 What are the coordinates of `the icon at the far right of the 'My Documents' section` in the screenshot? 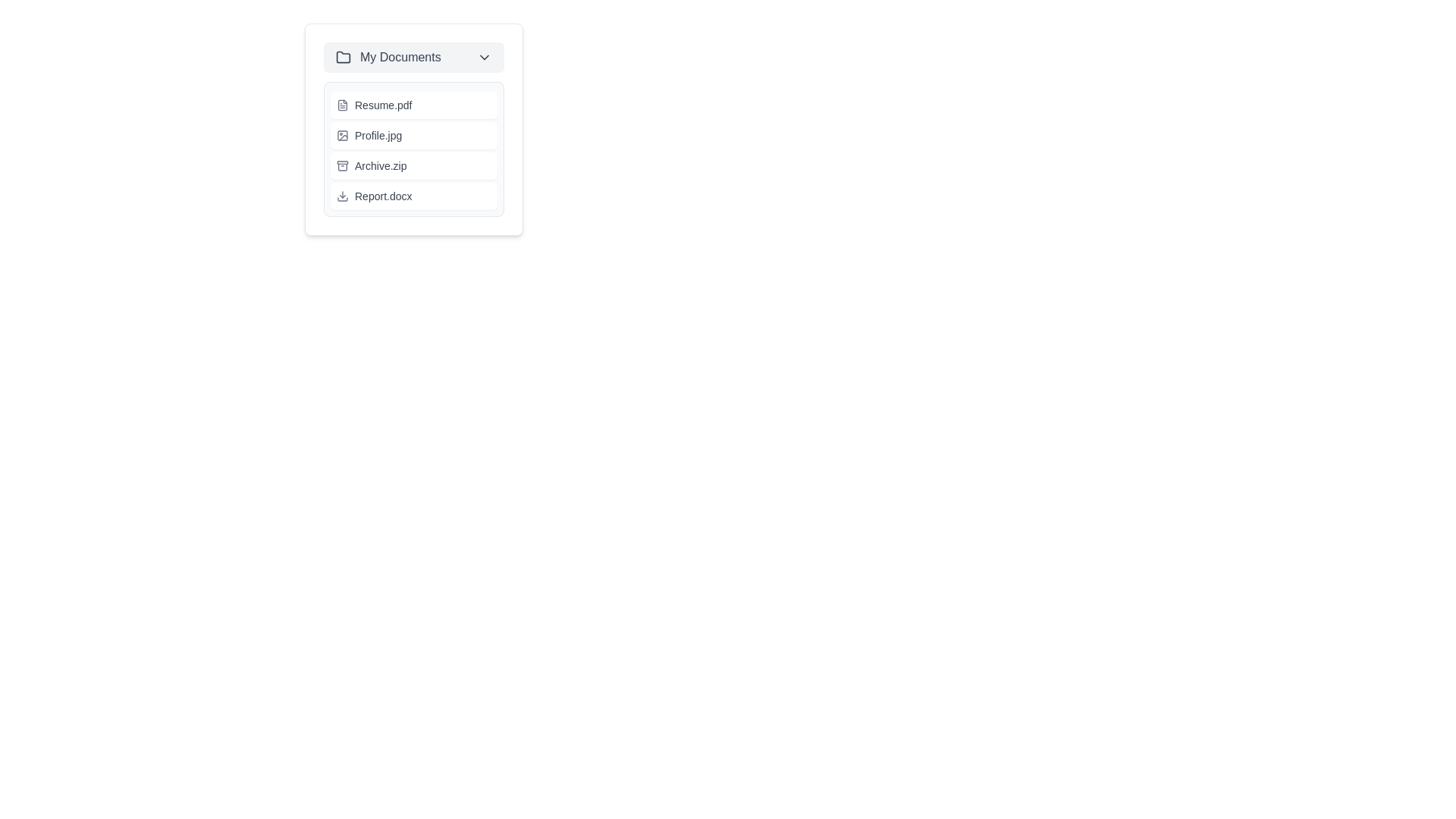 It's located at (483, 57).